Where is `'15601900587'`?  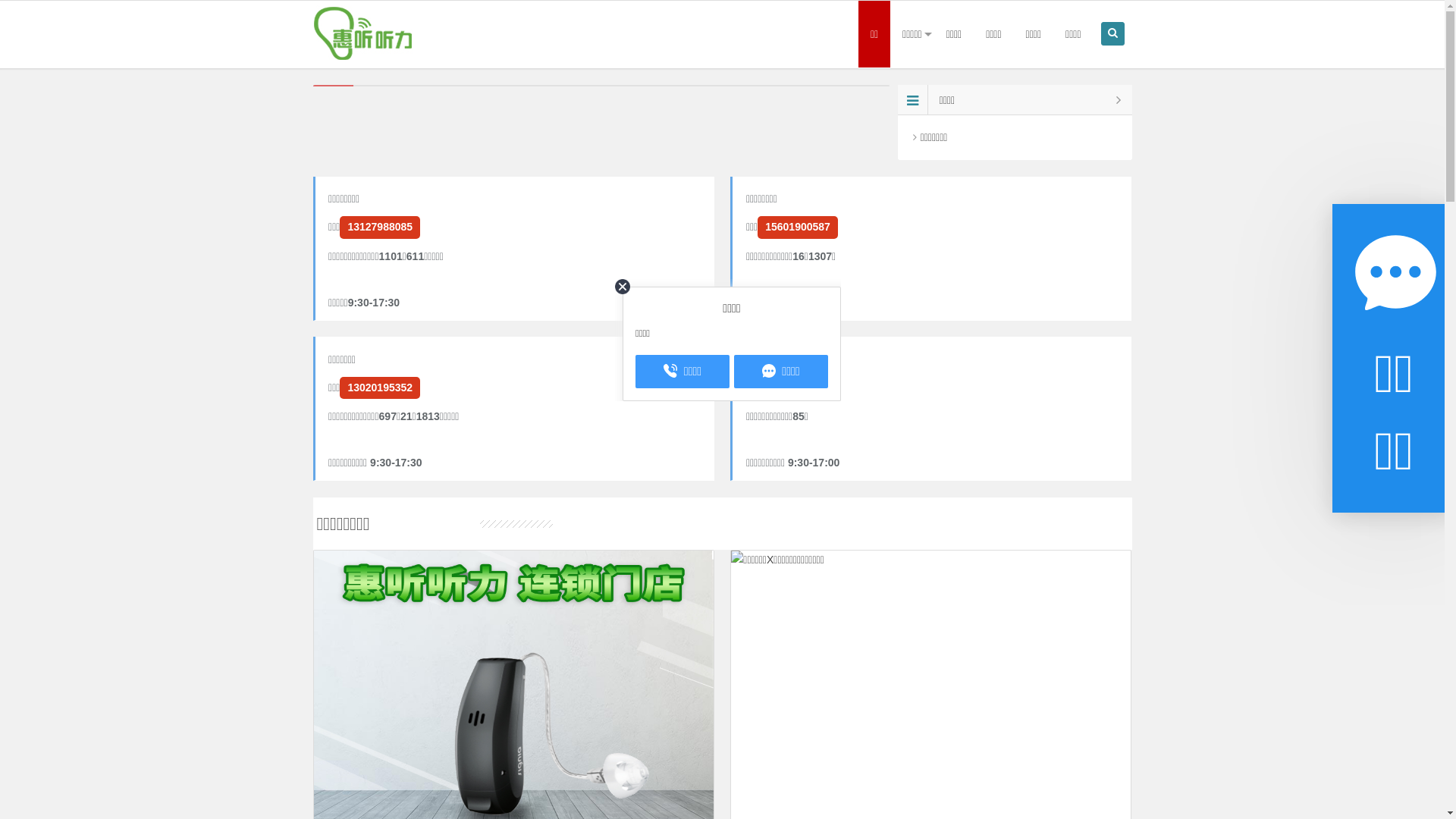 '15601900587' is located at coordinates (796, 227).